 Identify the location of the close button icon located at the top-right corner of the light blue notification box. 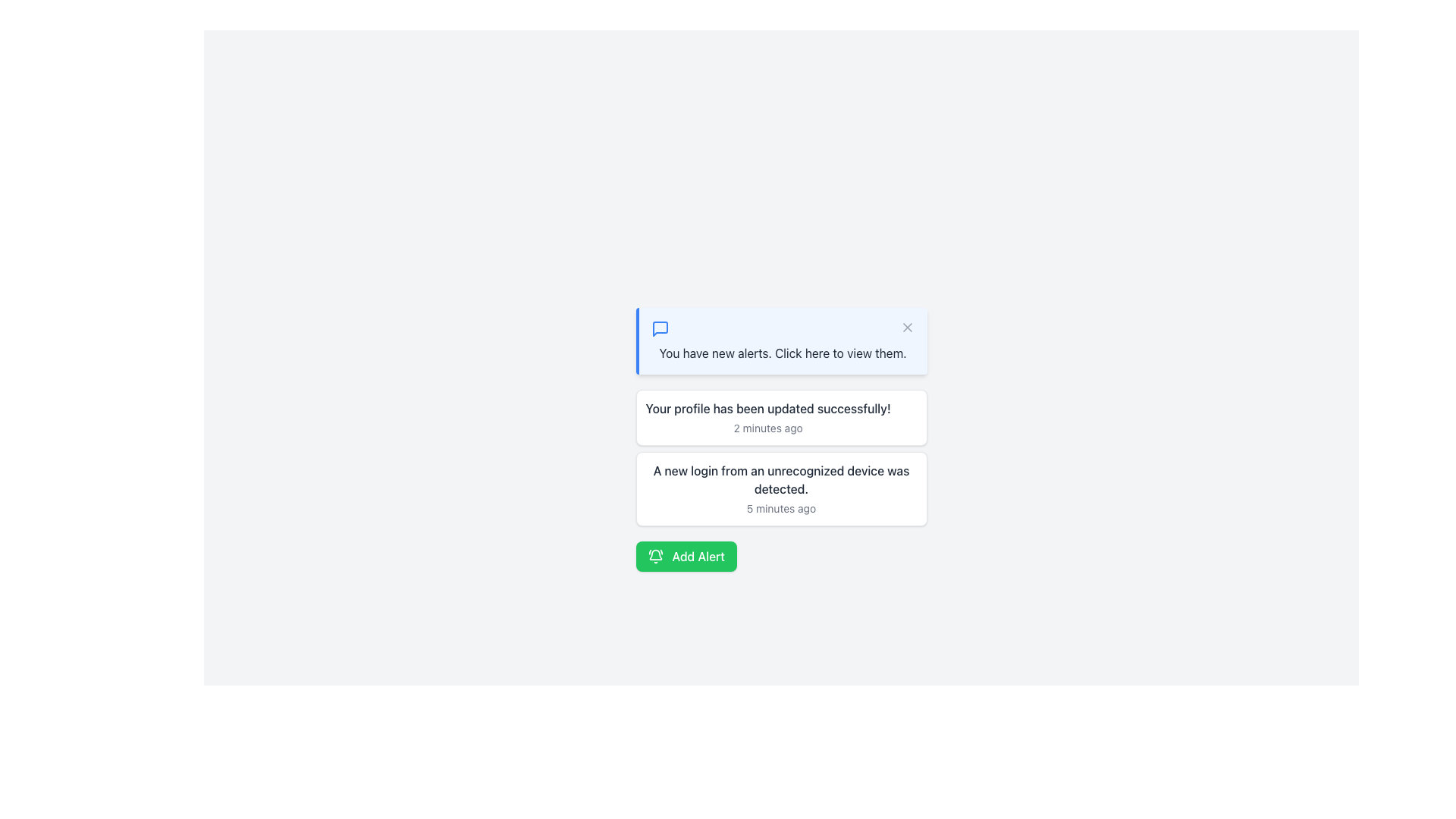
(907, 327).